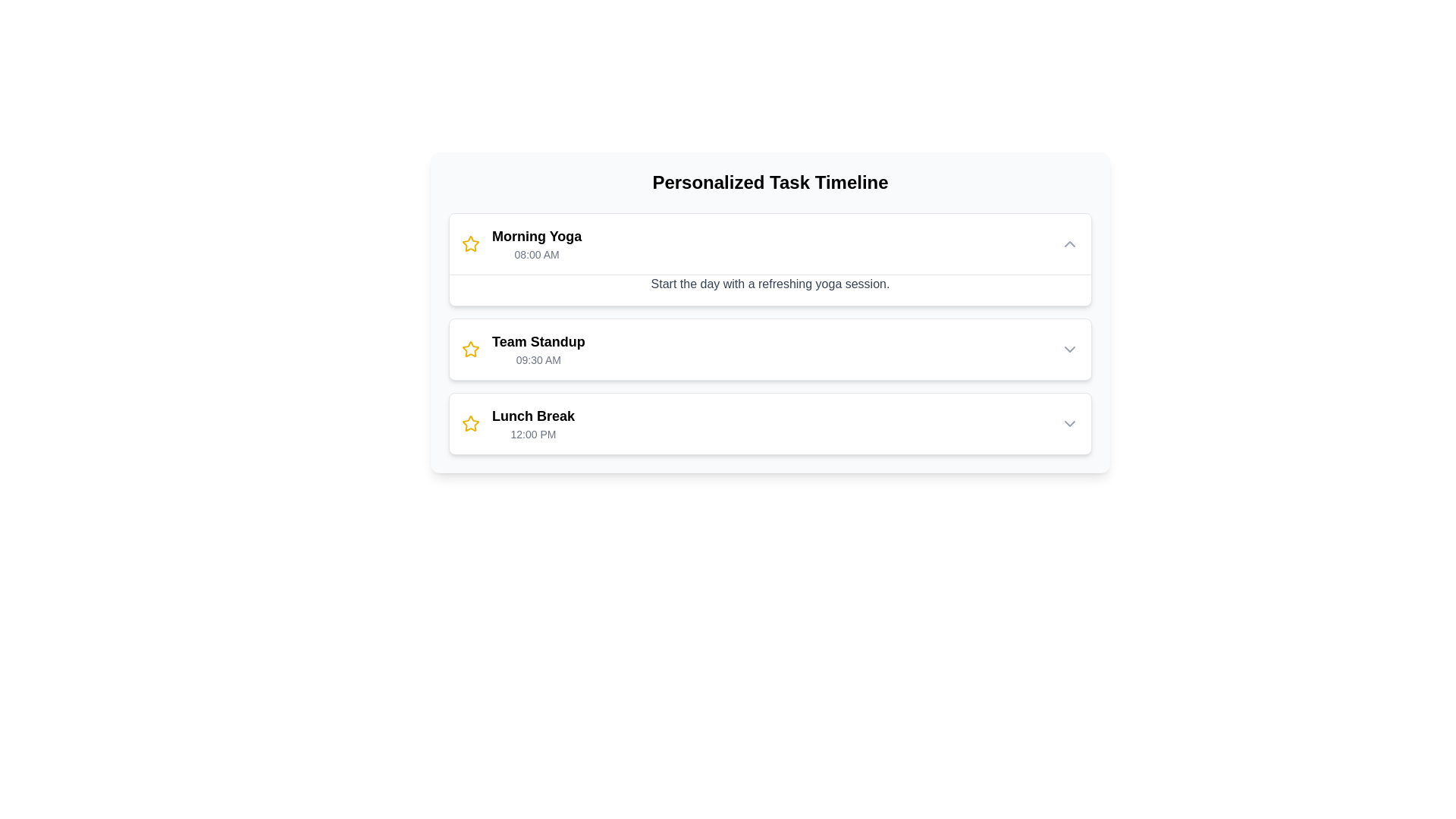  I want to click on descriptive text located in the middle section of the 'Morning Yoga' task box on the timeline interface, positioned below the task title and timestamp, so click(770, 284).